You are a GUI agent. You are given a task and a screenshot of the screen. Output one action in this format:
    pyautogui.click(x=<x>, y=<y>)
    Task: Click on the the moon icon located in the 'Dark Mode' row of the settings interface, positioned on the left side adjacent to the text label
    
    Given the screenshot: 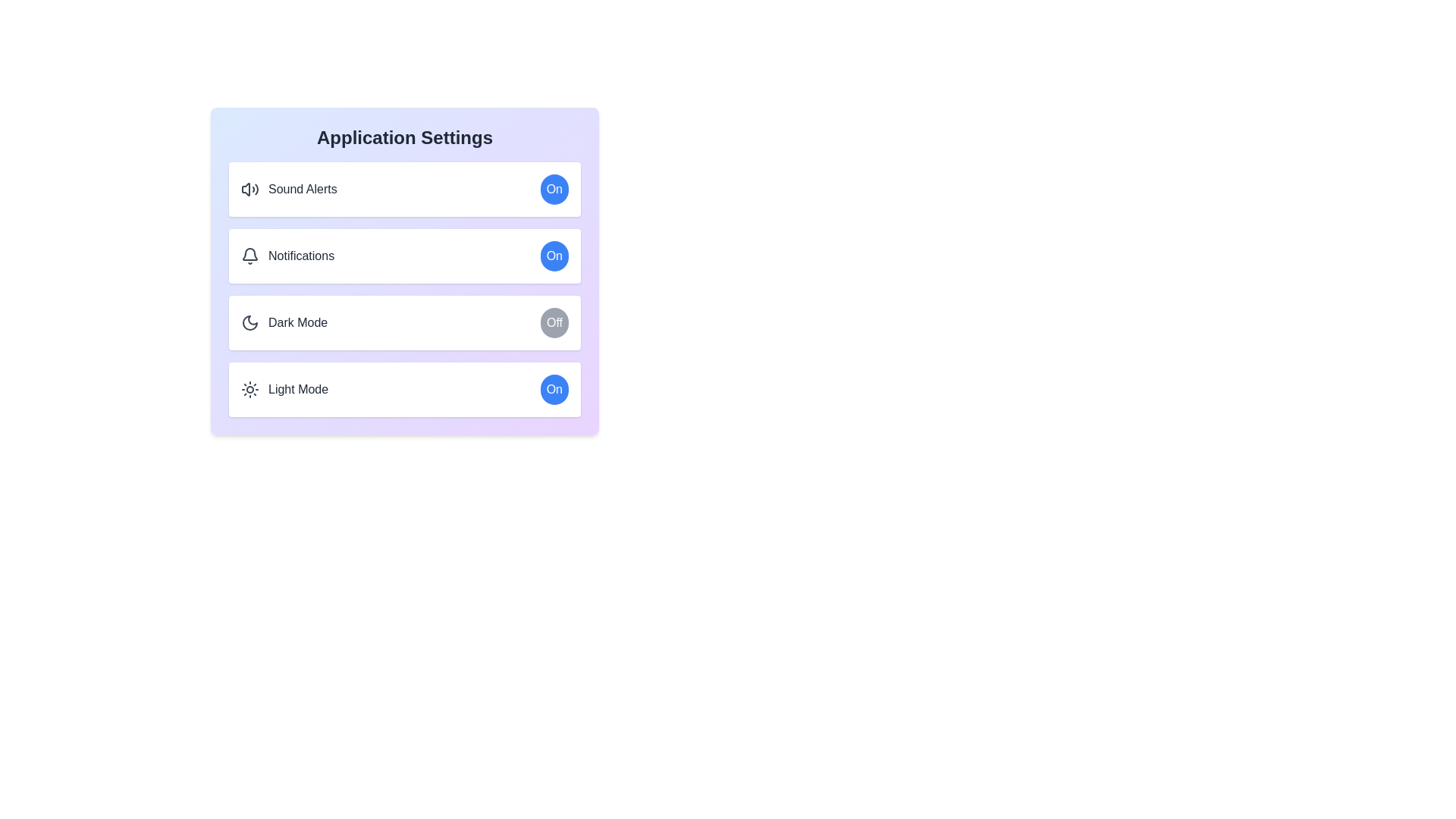 What is the action you would take?
    pyautogui.click(x=250, y=322)
    